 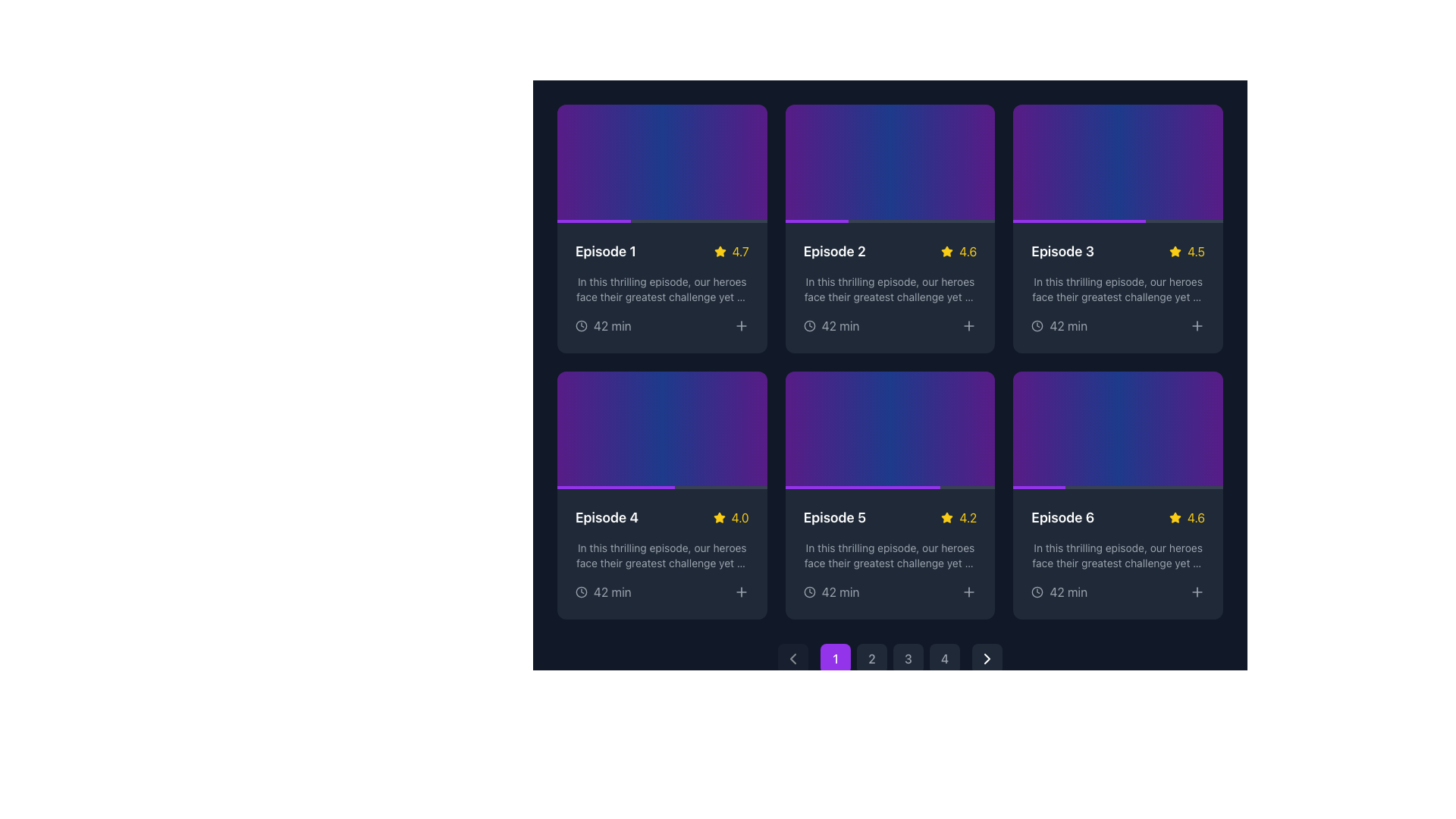 I want to click on the circular button with a purple background displaying the number '1', so click(x=835, y=657).